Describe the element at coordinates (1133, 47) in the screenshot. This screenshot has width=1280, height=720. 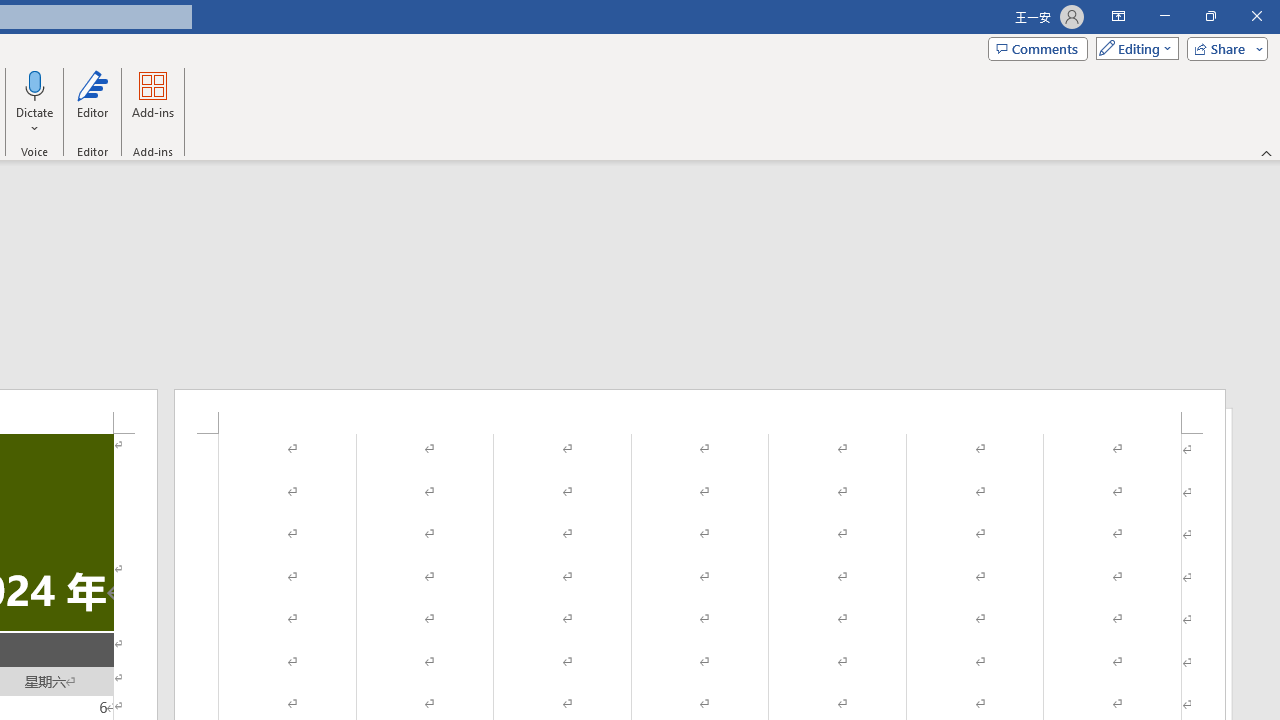
I see `'Mode'` at that location.